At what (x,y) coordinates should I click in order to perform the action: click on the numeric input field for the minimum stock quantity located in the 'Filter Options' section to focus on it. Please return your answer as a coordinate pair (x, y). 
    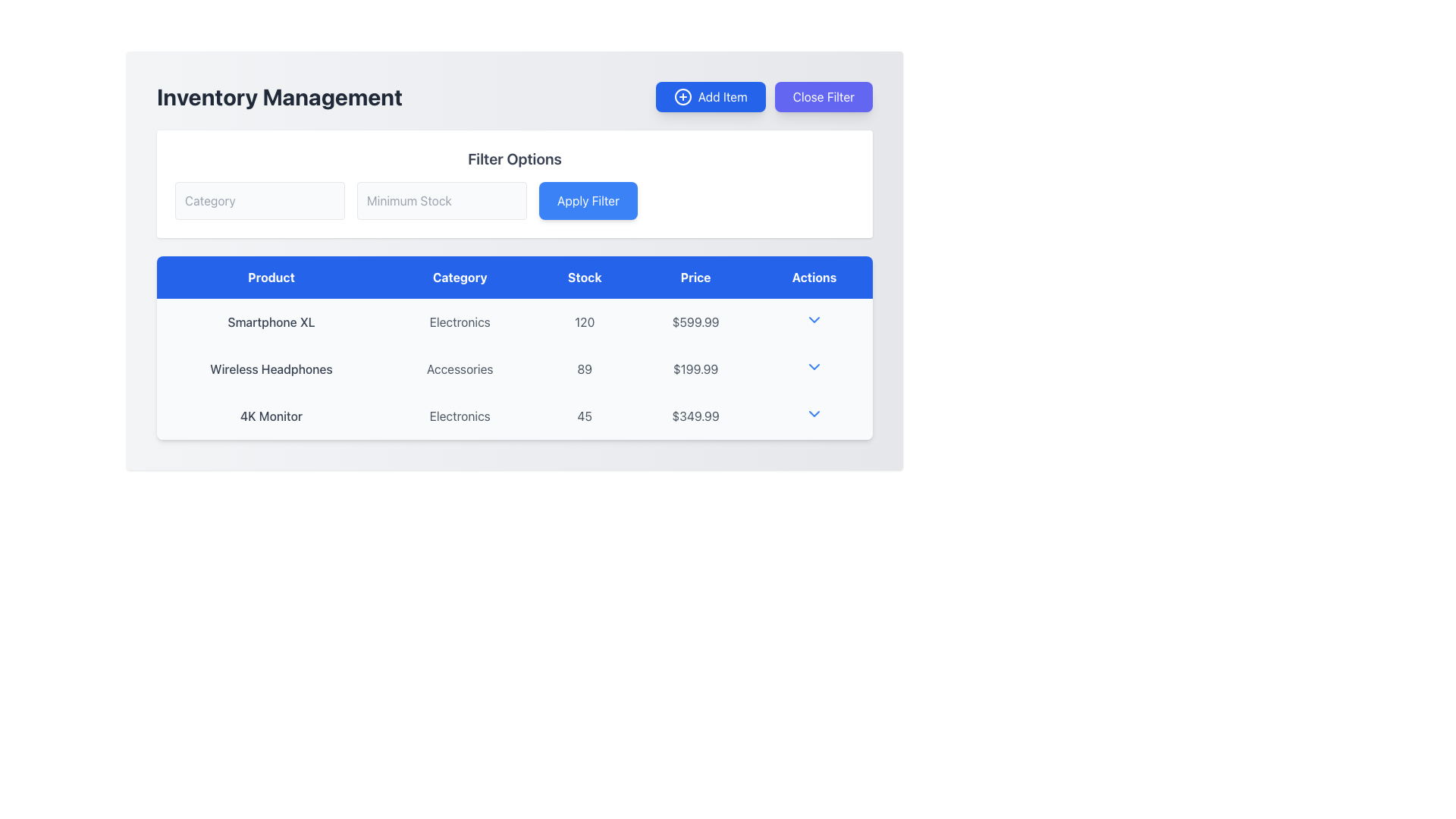
    Looking at the image, I should click on (441, 200).